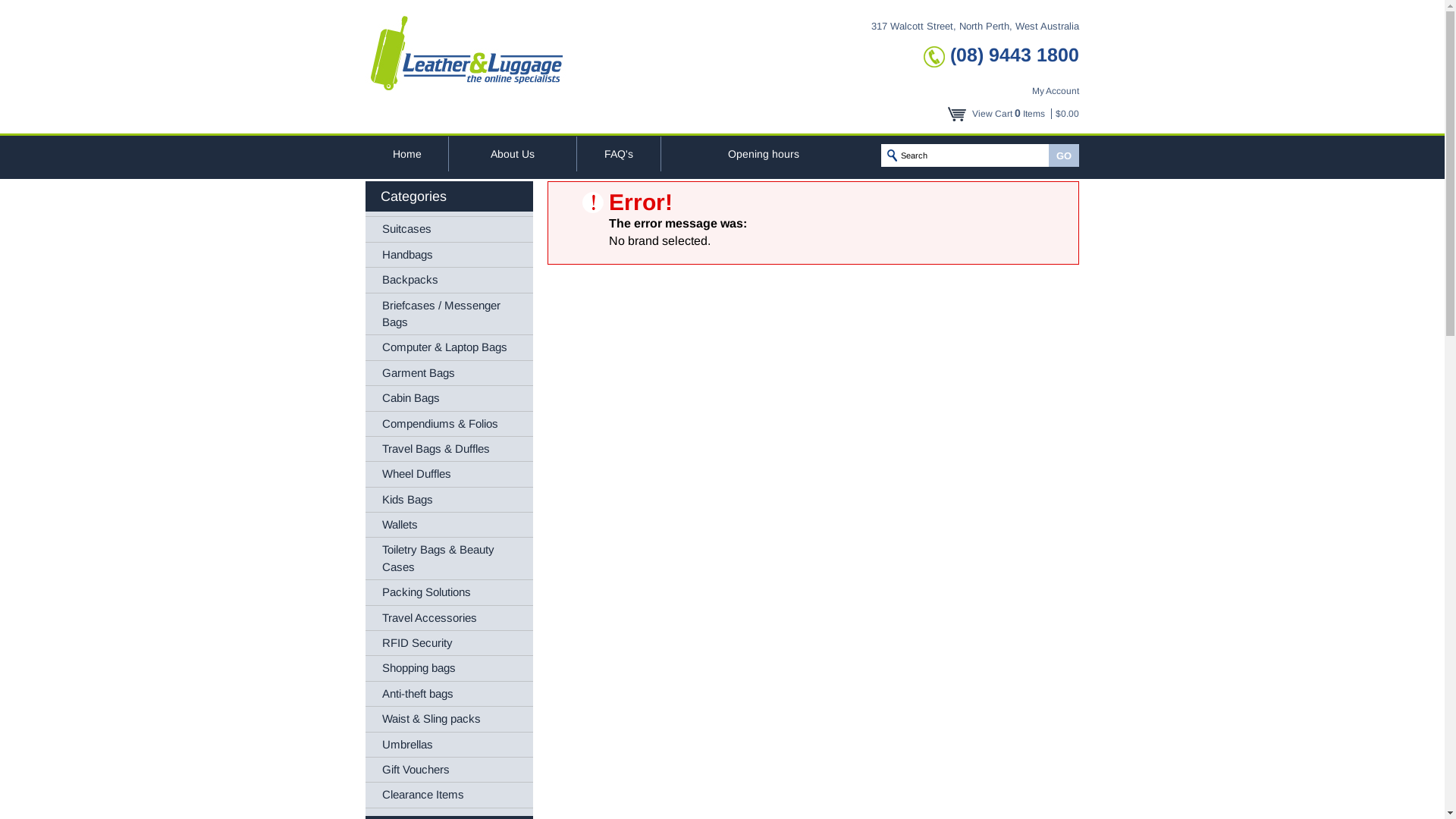 This screenshot has height=819, width=1456. I want to click on 'Anti-theft bags', so click(365, 694).